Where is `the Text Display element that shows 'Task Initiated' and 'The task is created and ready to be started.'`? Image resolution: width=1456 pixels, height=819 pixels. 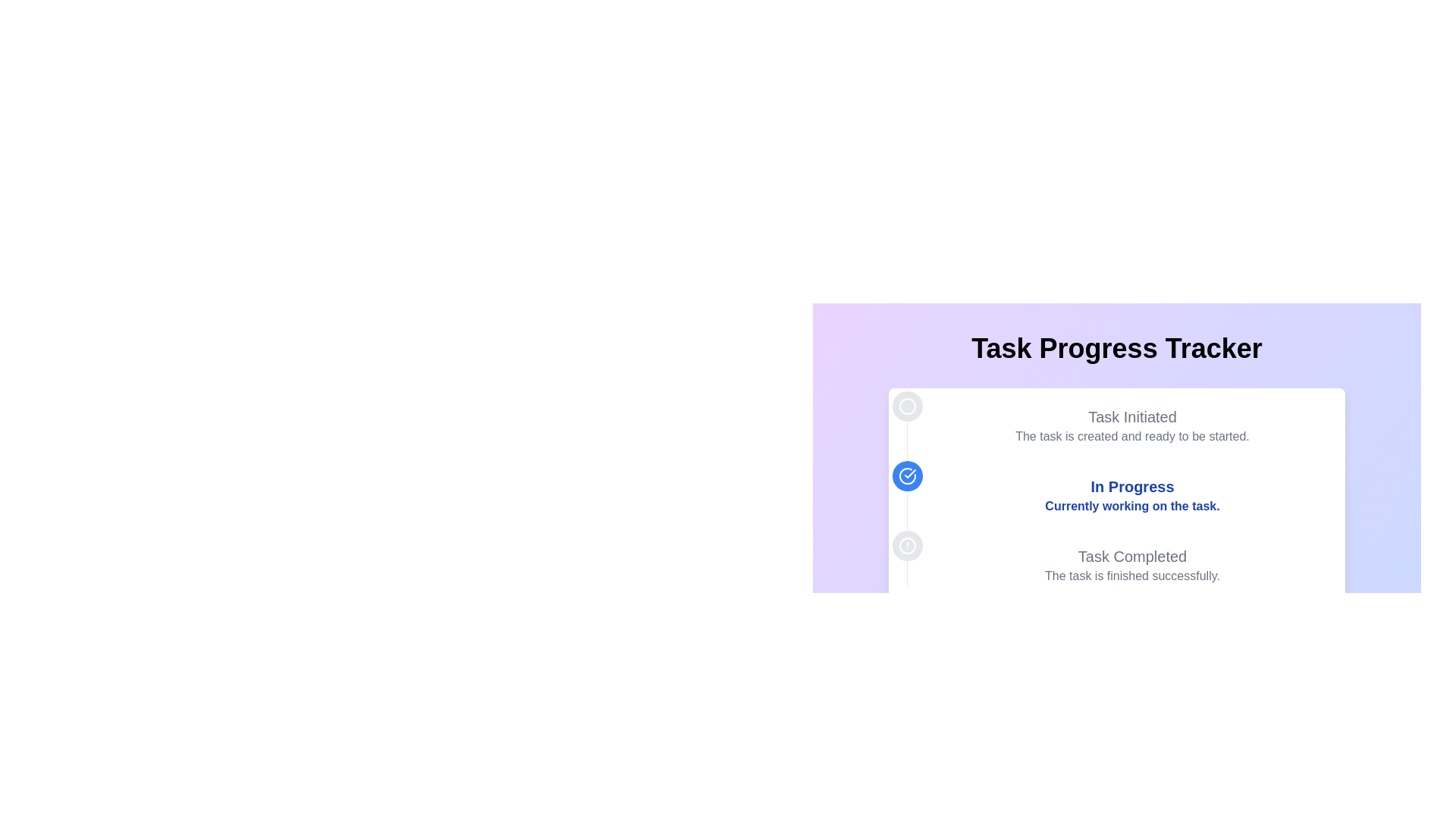
the Text Display element that shows 'Task Initiated' and 'The task is created and ready to be started.' is located at coordinates (1117, 426).